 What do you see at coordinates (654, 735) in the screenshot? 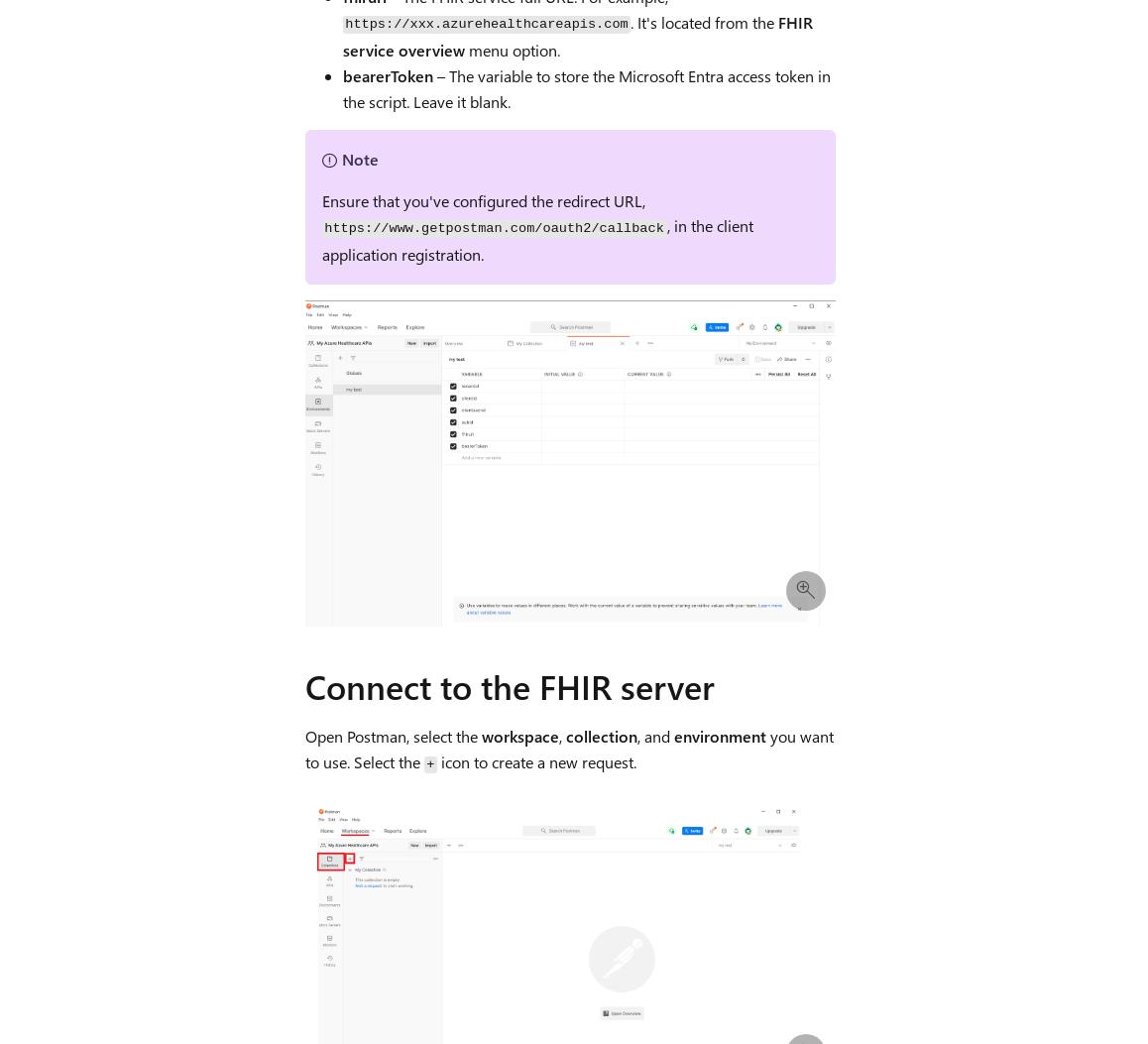
I see `', and'` at bounding box center [654, 735].